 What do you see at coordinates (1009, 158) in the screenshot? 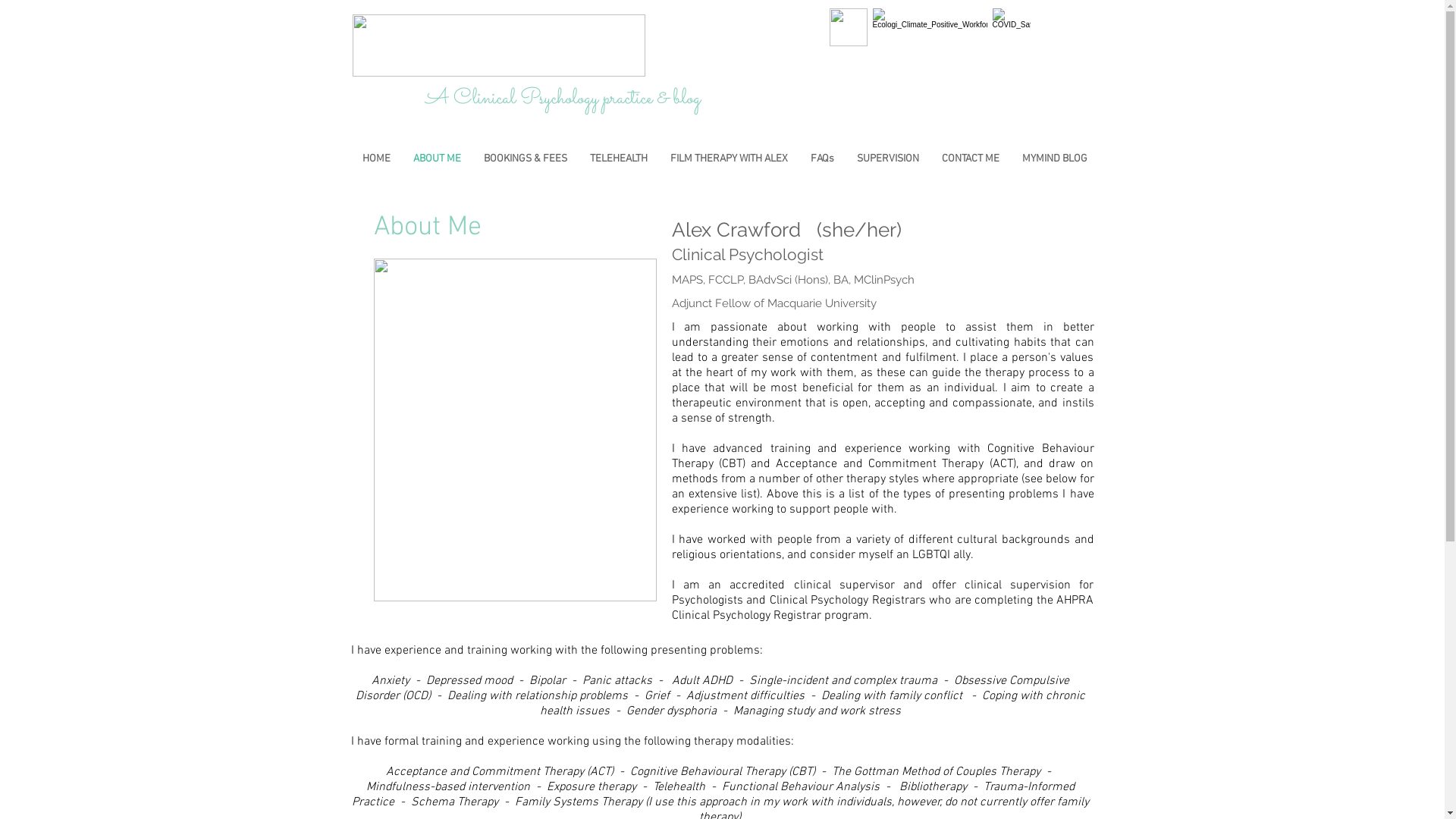
I see `'MYMIND BLOG'` at bounding box center [1009, 158].